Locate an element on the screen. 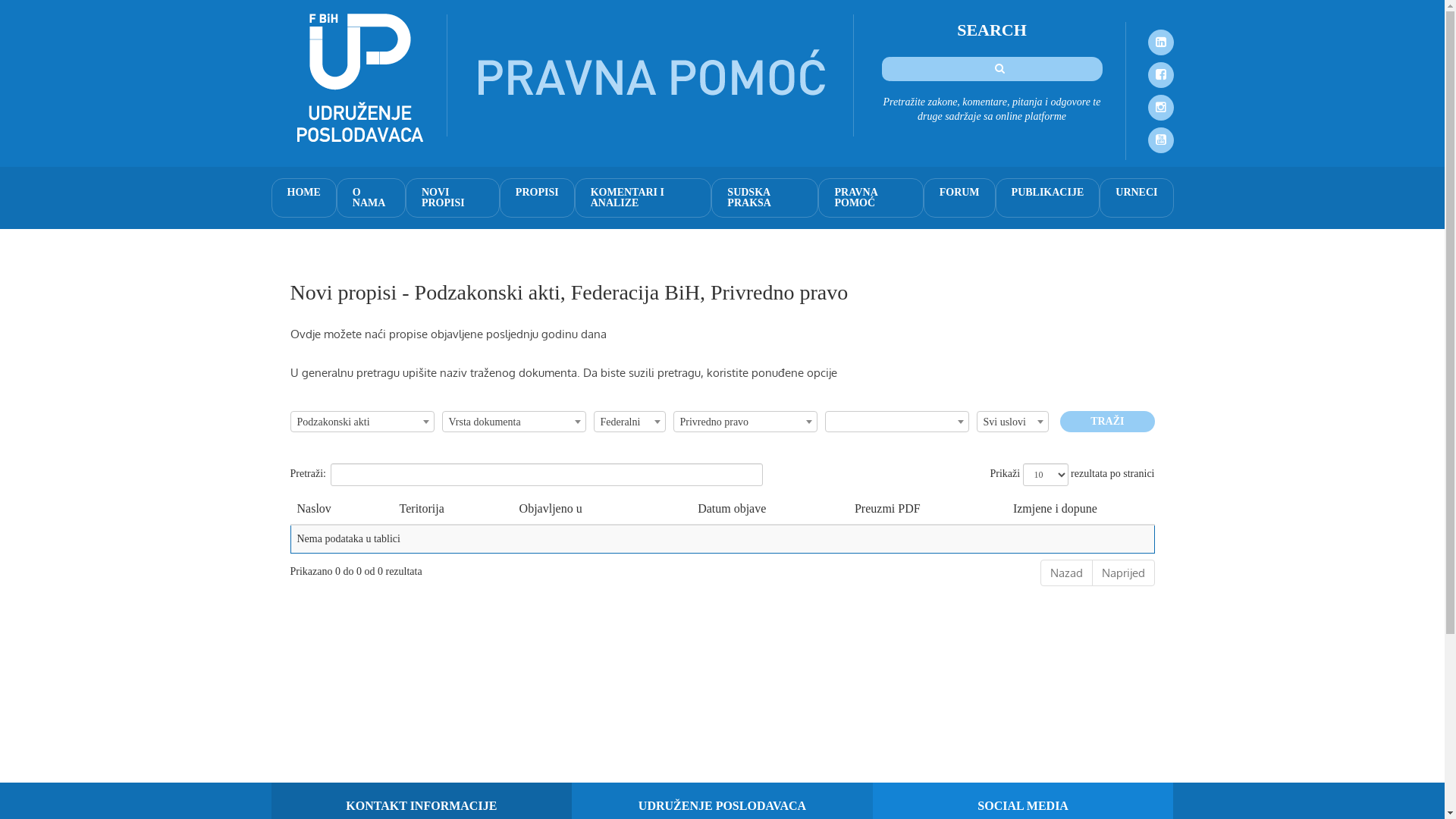 The height and width of the screenshot is (819, 1456). 'Naprijed' is located at coordinates (1123, 573).